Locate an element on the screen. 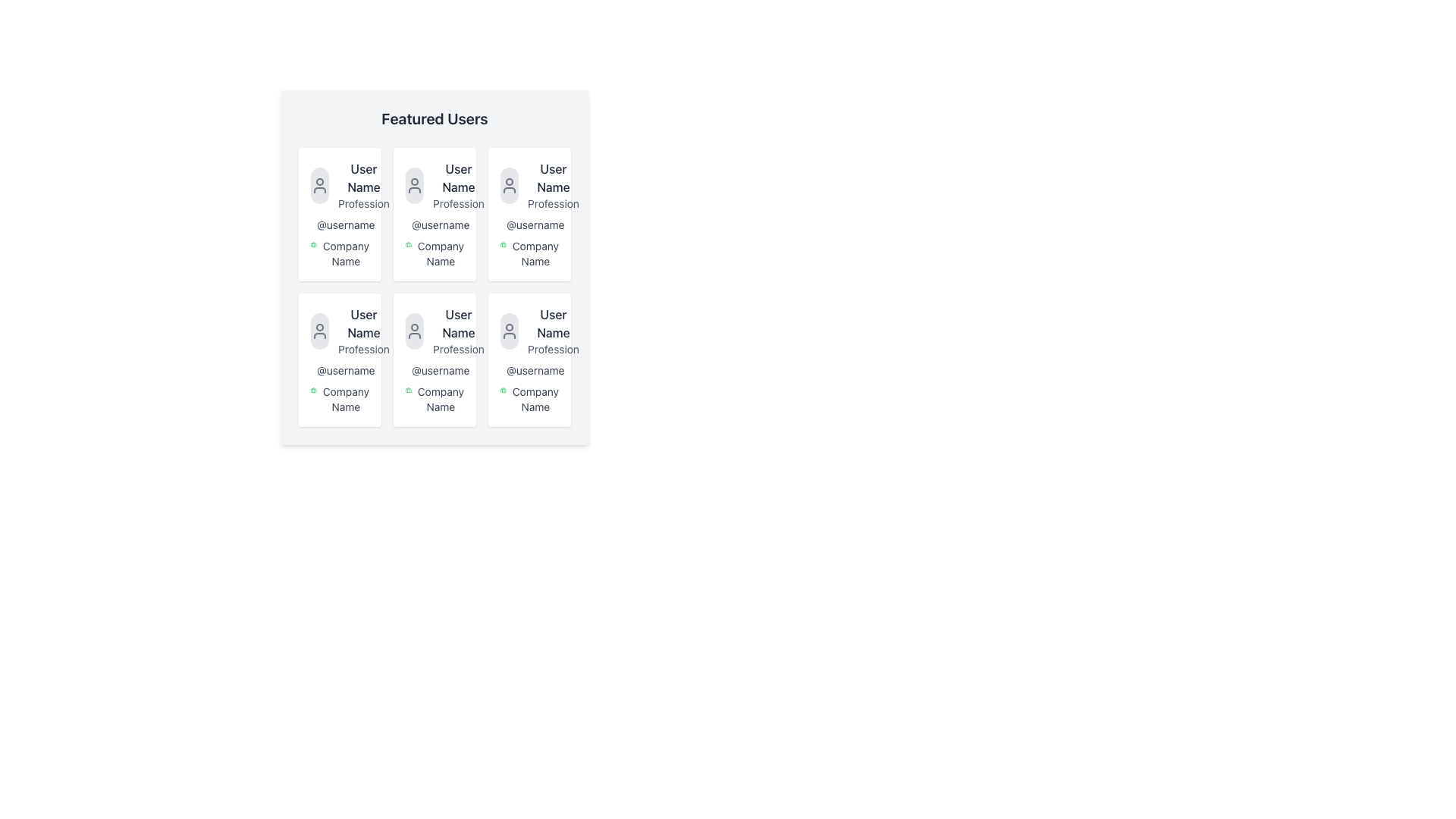 The image size is (1456, 819). the user profile silhouette icon located is located at coordinates (319, 330).